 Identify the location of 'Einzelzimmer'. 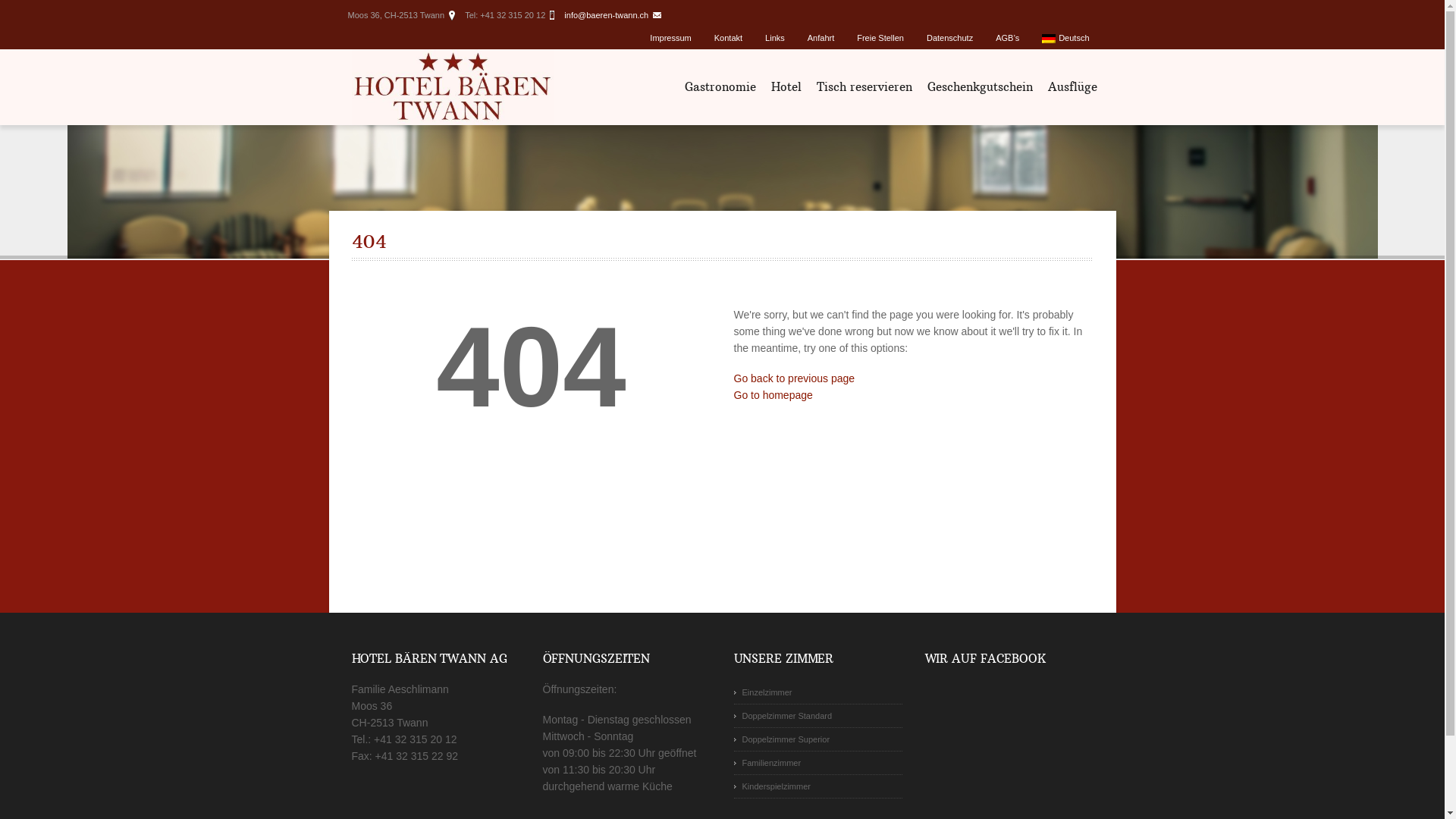
(817, 692).